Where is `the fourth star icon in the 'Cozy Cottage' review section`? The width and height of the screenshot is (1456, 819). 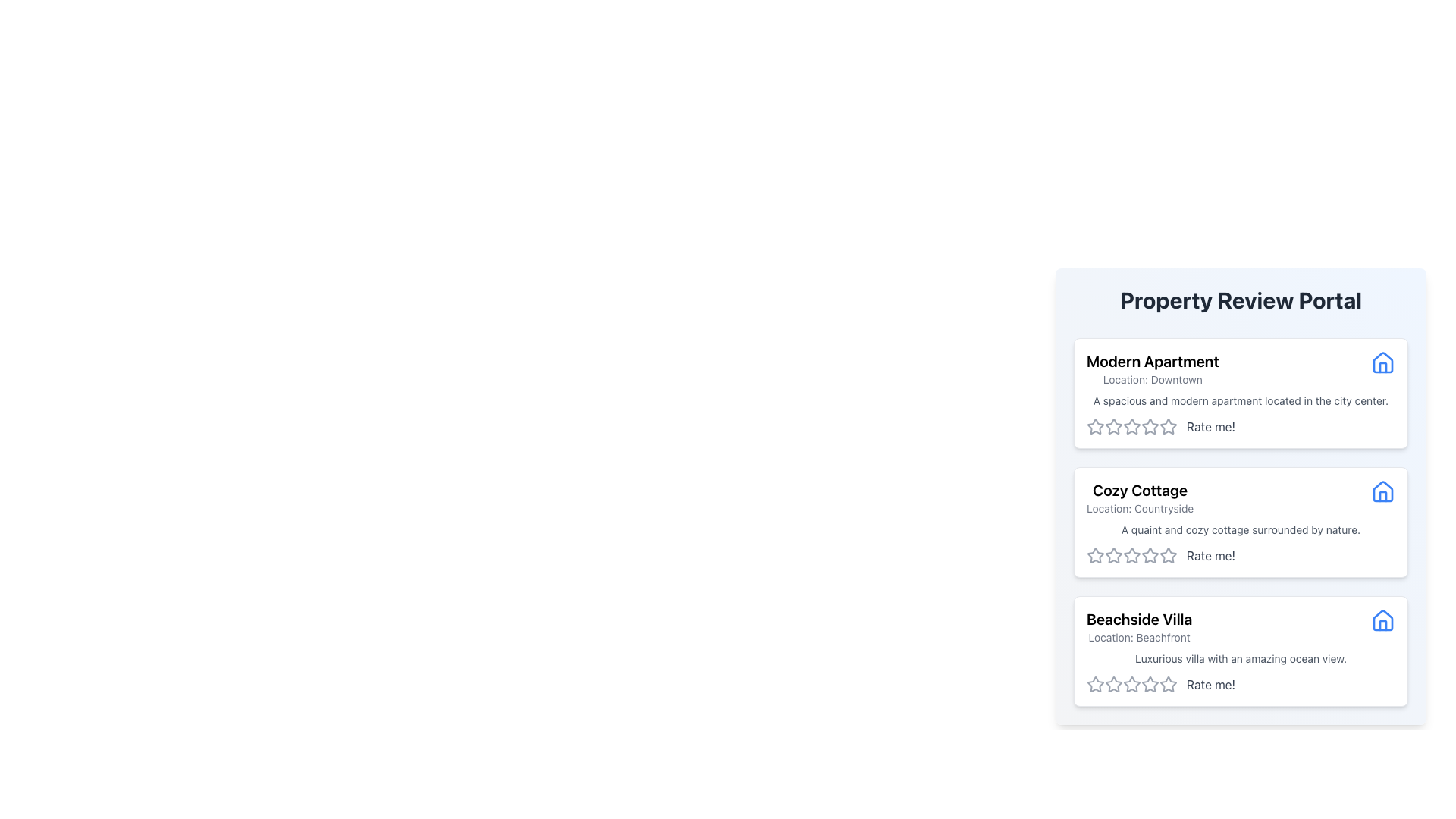 the fourth star icon in the 'Cozy Cottage' review section is located at coordinates (1167, 555).